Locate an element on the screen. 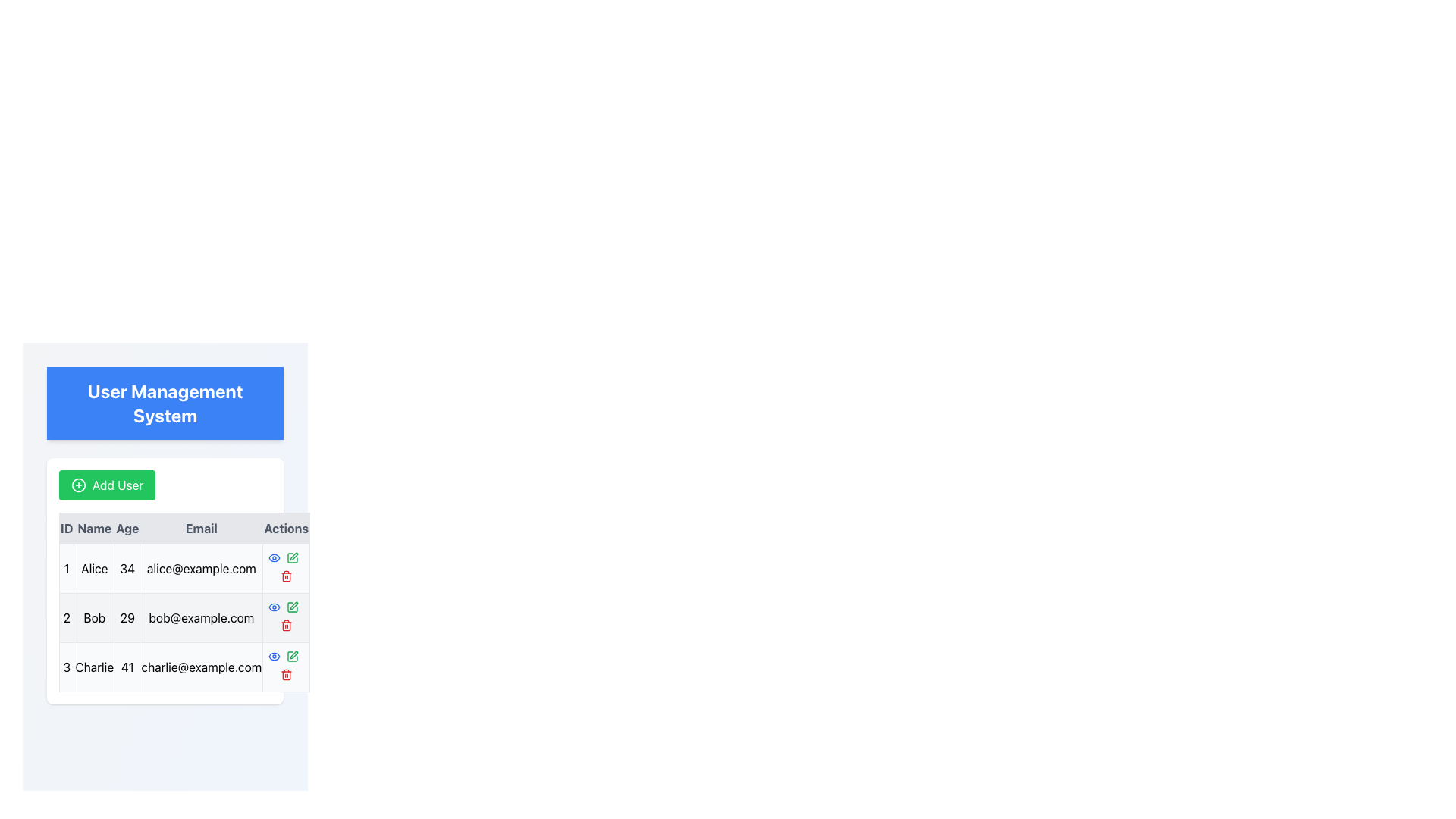 The image size is (1456, 819). the pen icon in the Actions column for the user named 'Charlie', which suggests editing functionality is located at coordinates (293, 654).